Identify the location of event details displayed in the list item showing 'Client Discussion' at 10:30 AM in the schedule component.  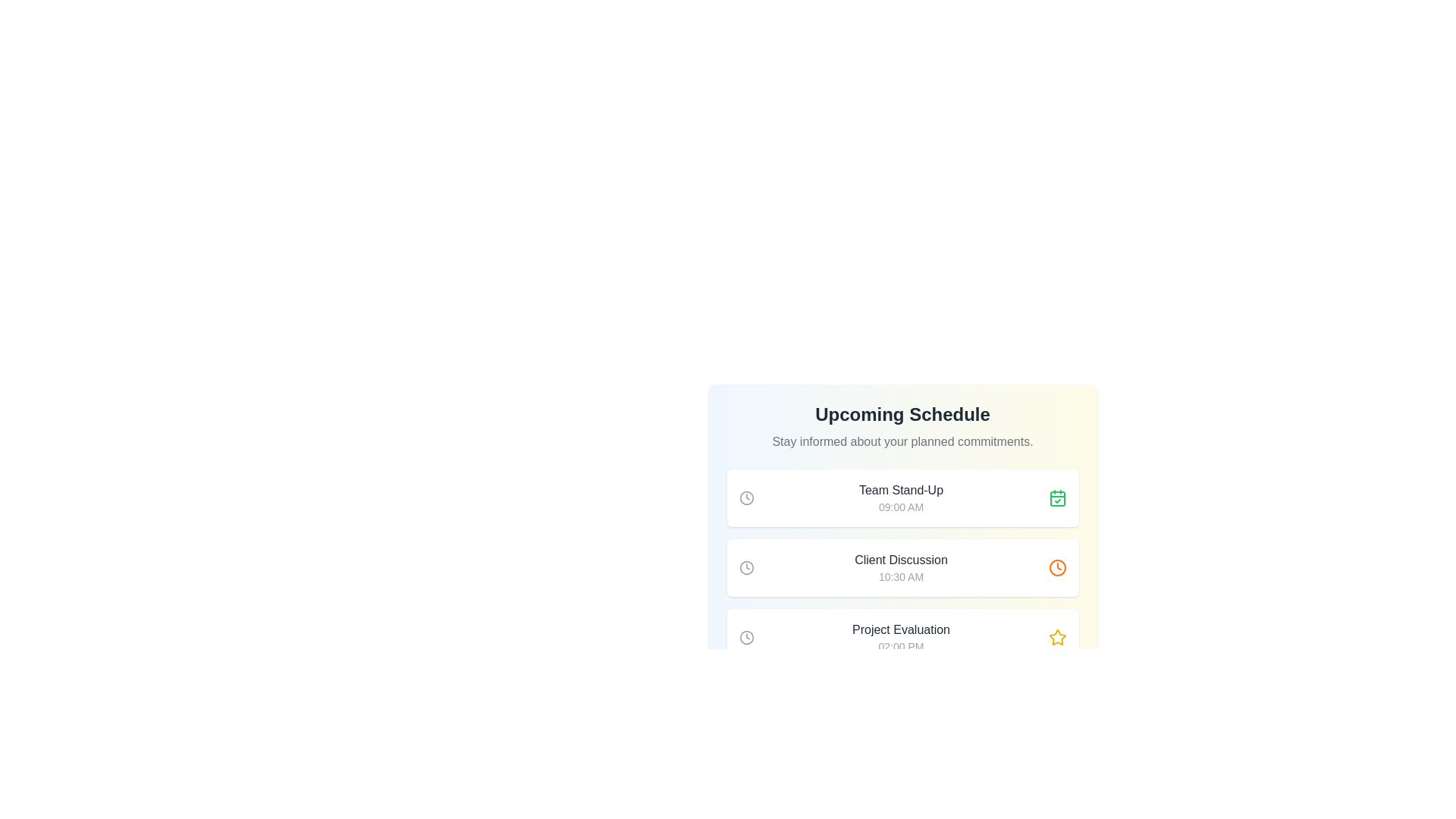
(902, 567).